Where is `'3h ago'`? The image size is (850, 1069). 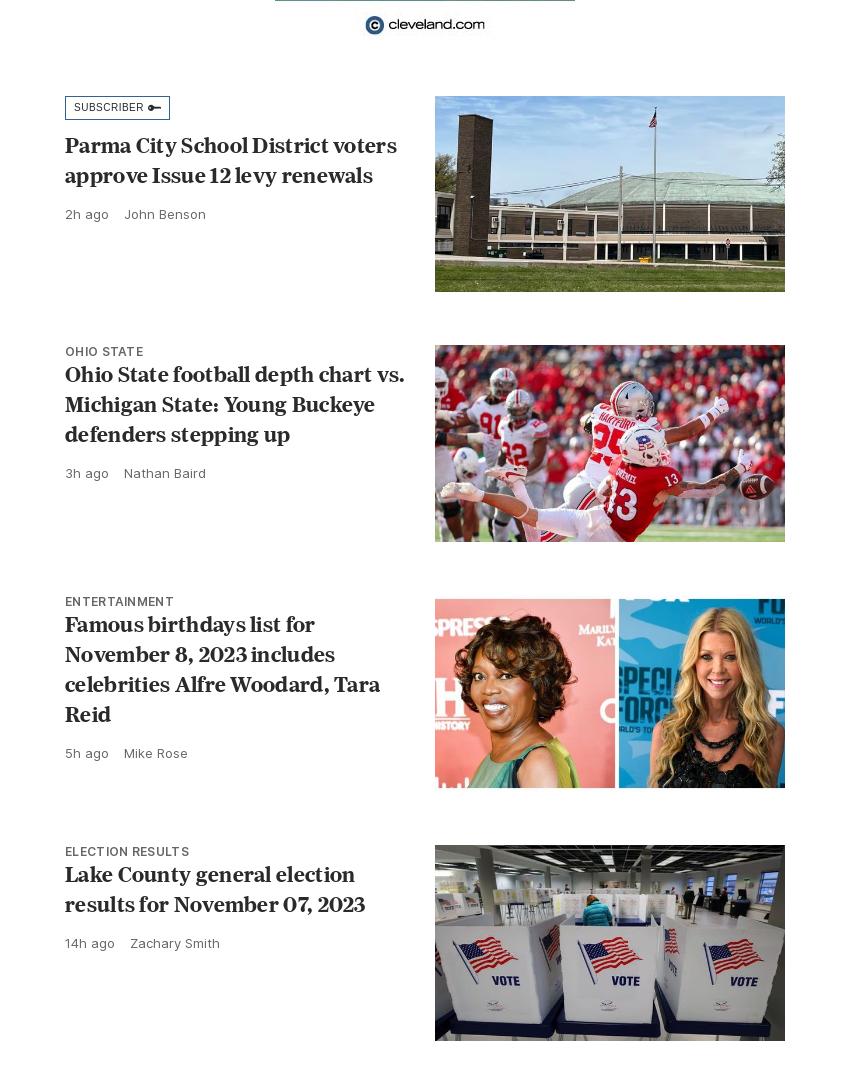 '3h ago' is located at coordinates (86, 472).